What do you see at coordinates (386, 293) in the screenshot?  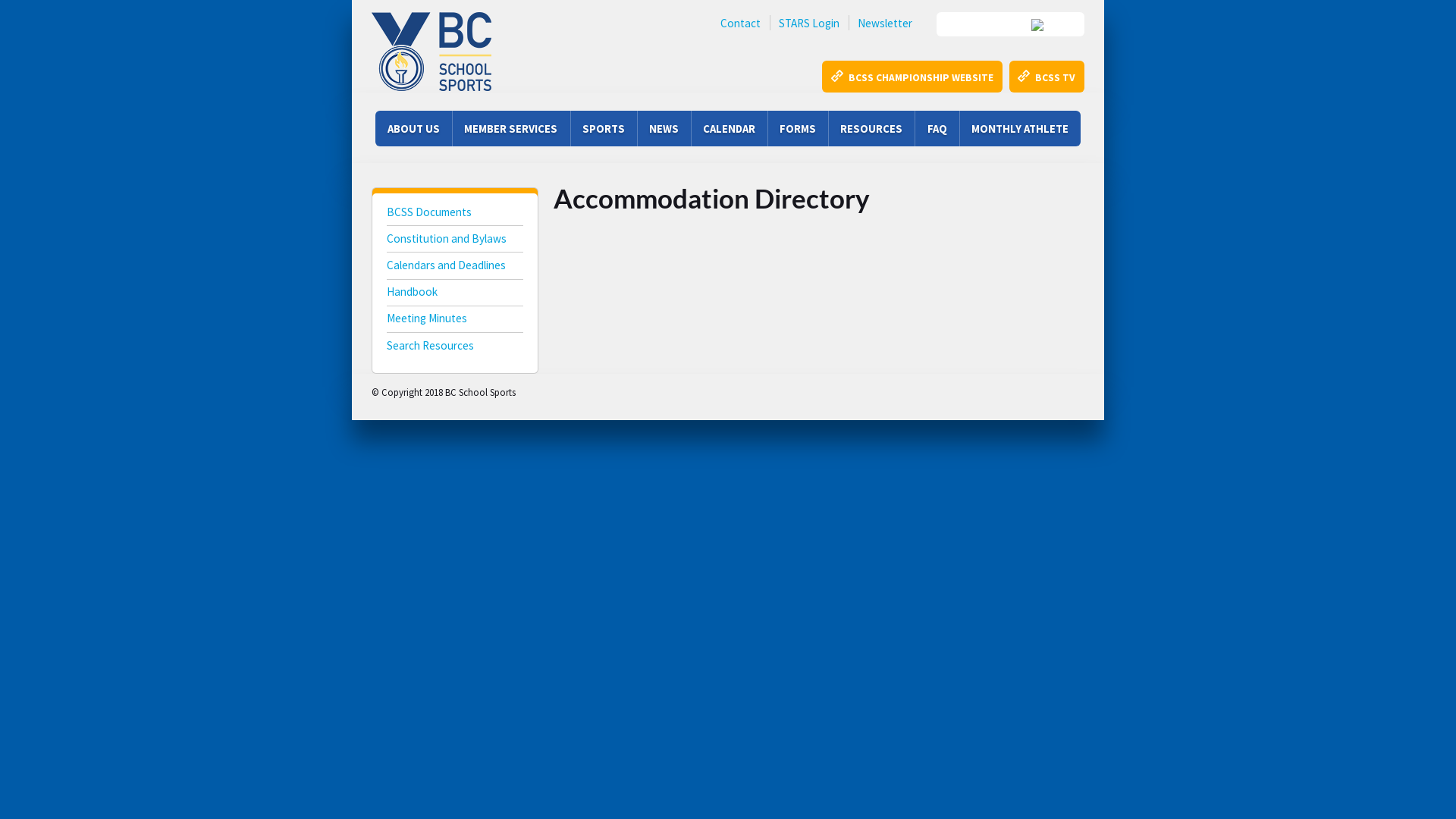 I see `'Handbook'` at bounding box center [386, 293].